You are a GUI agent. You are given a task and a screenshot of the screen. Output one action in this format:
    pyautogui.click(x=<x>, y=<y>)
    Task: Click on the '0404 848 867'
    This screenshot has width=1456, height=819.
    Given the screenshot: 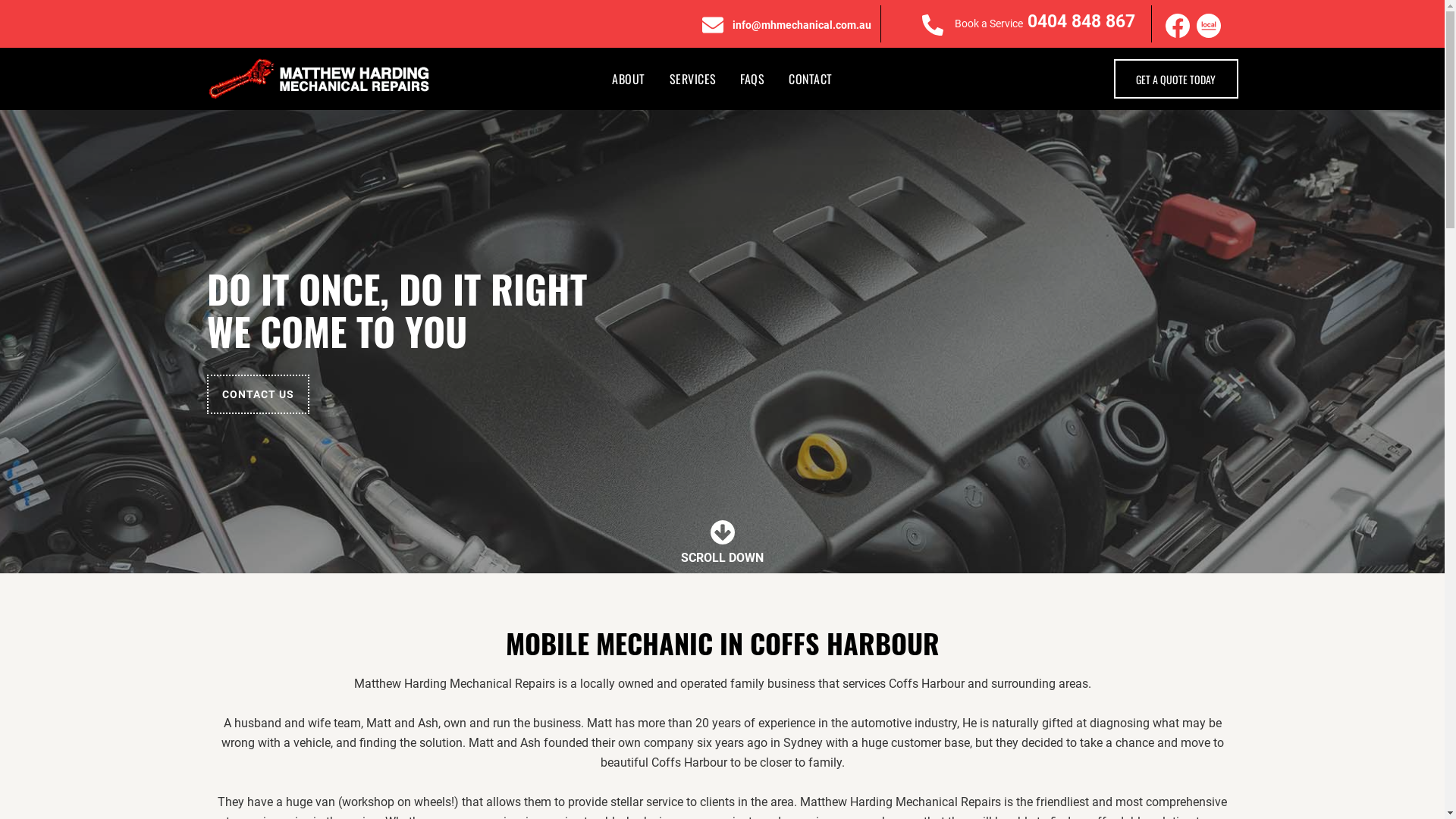 What is the action you would take?
    pyautogui.click(x=1080, y=21)
    